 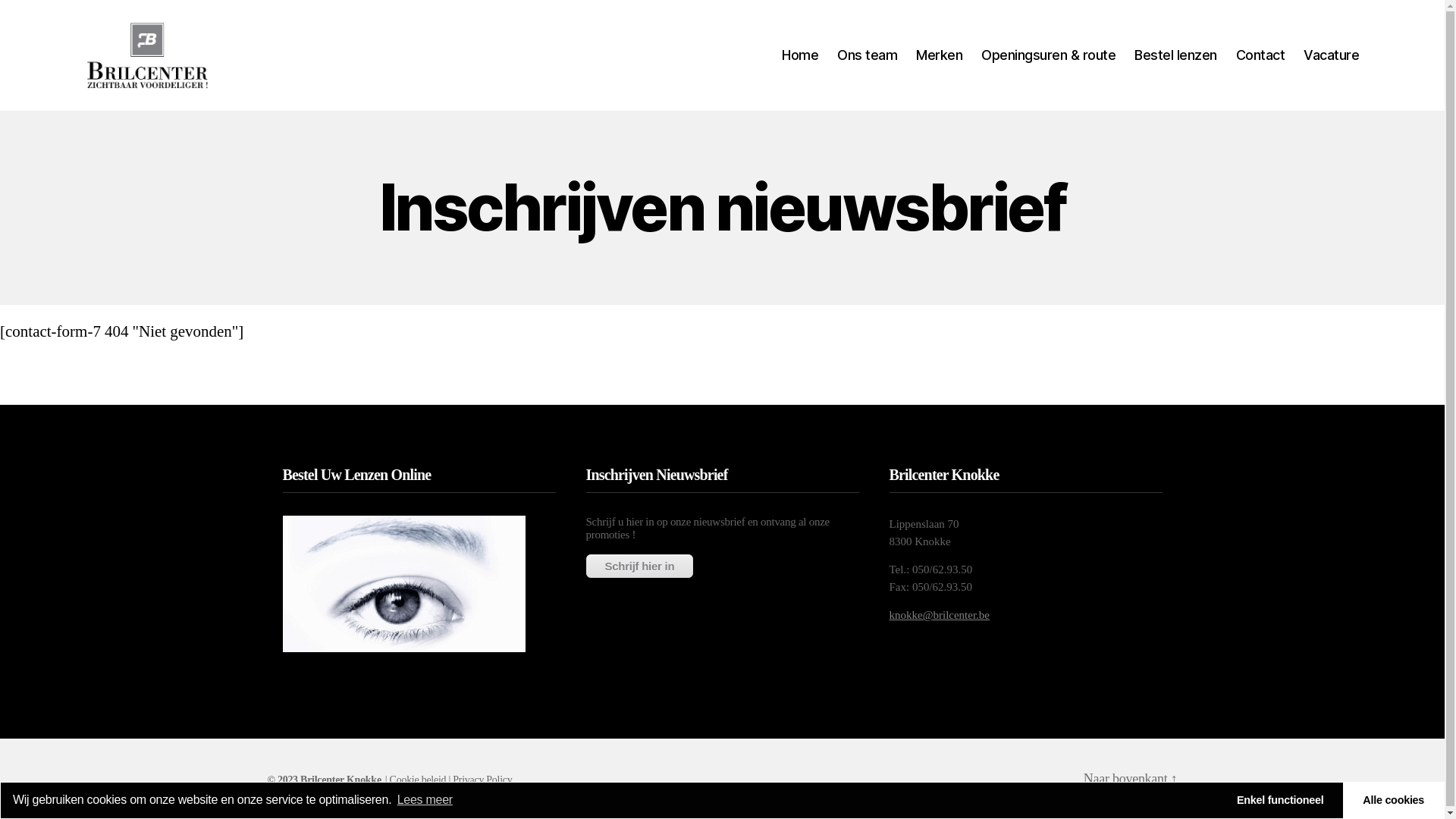 What do you see at coordinates (300, 780) in the screenshot?
I see `'Brilcenter Knokke'` at bounding box center [300, 780].